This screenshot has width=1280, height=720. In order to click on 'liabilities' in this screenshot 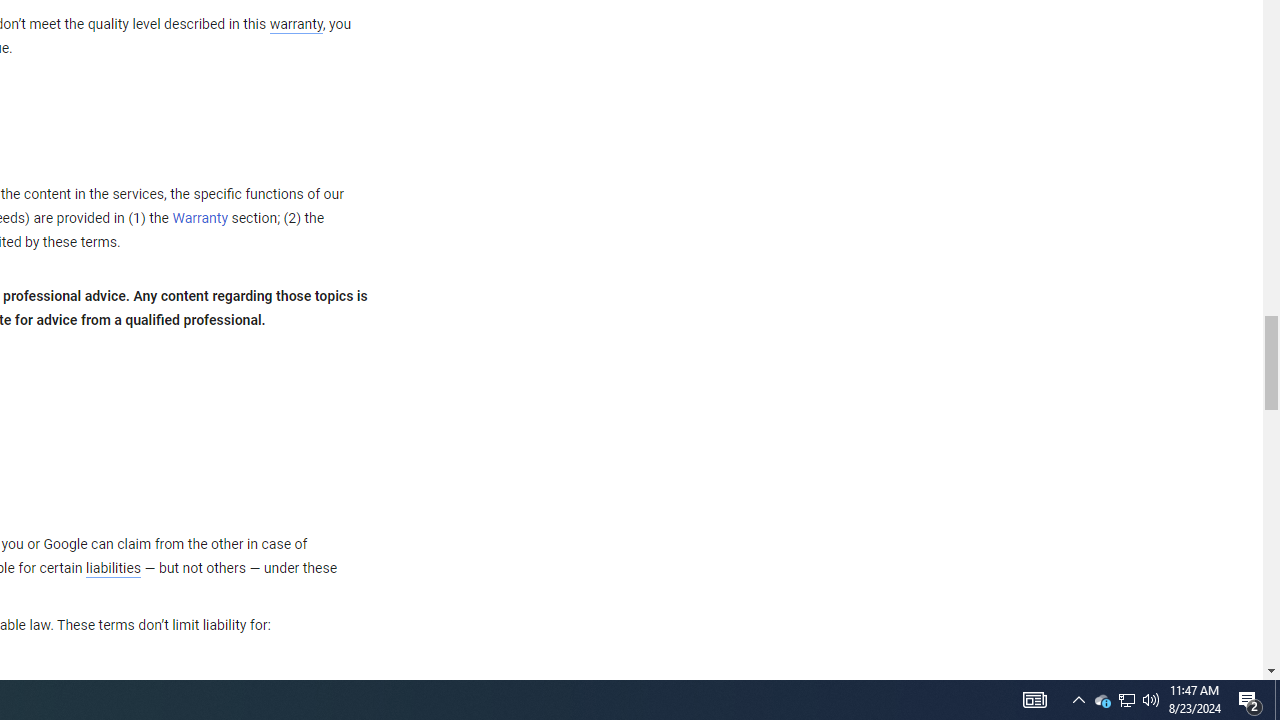, I will do `click(112, 568)`.